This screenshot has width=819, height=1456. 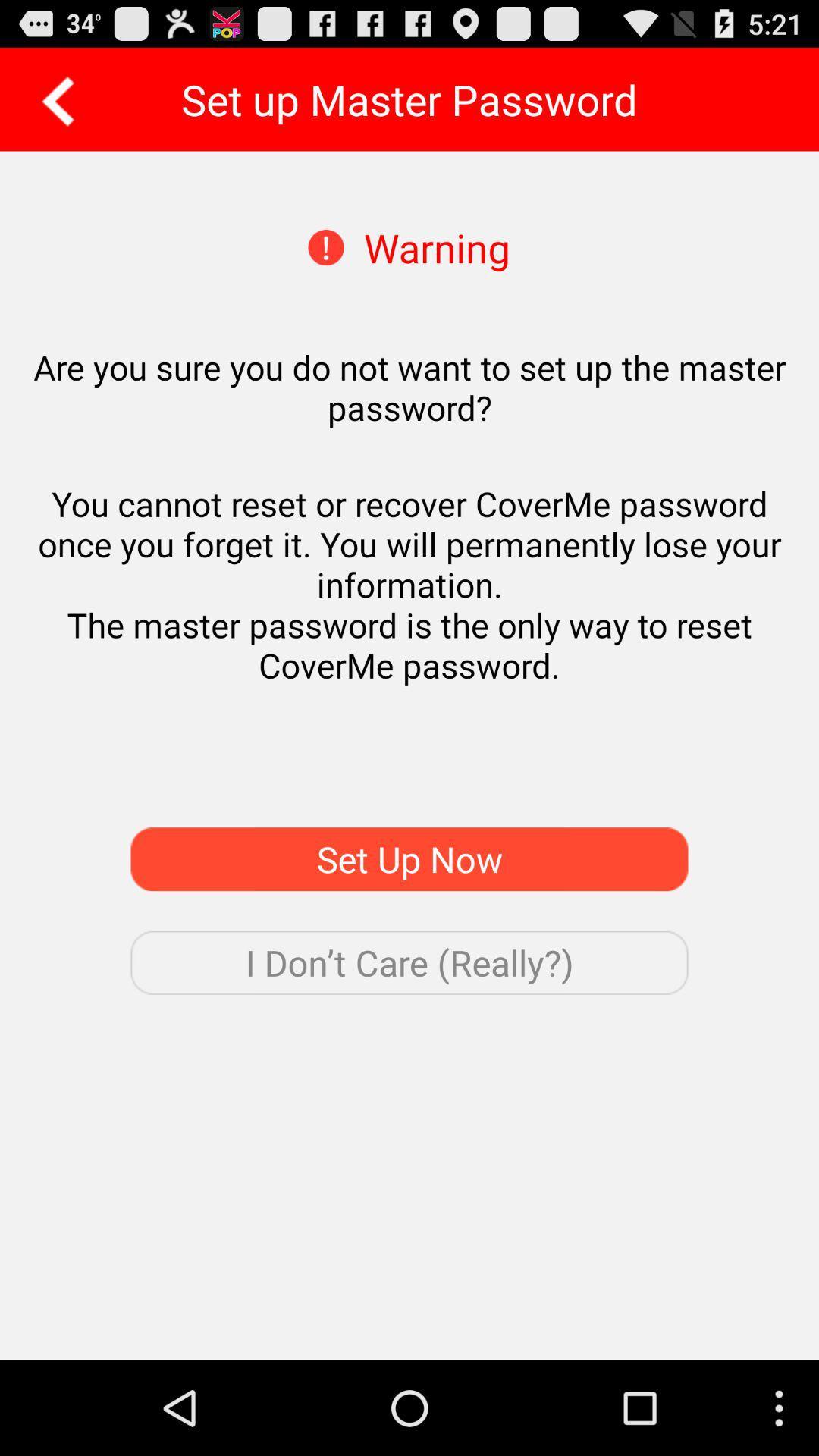 What do you see at coordinates (52, 99) in the screenshot?
I see `go back` at bounding box center [52, 99].